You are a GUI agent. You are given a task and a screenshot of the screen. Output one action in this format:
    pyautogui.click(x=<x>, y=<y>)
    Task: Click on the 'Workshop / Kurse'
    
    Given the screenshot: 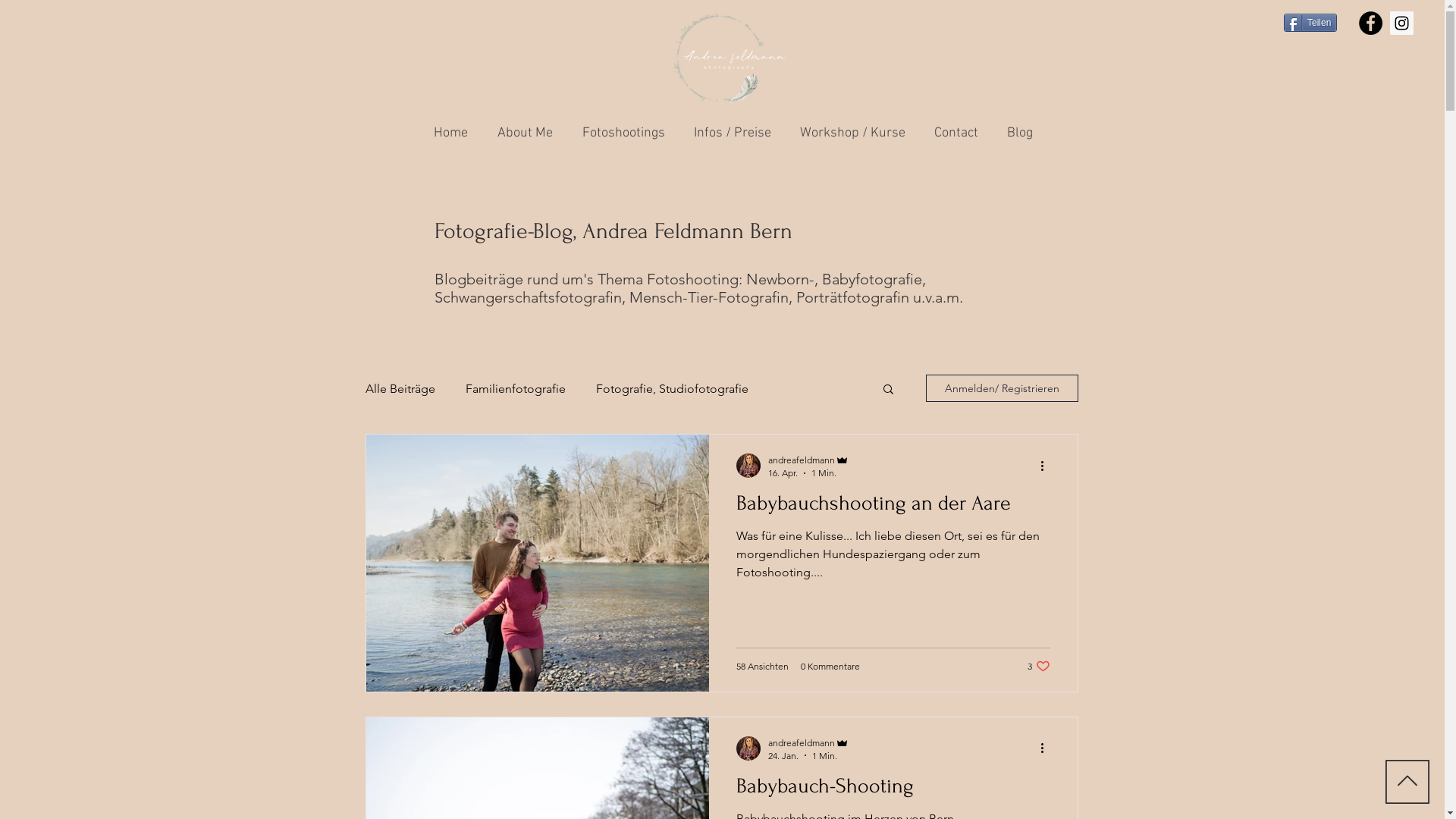 What is the action you would take?
    pyautogui.click(x=849, y=132)
    